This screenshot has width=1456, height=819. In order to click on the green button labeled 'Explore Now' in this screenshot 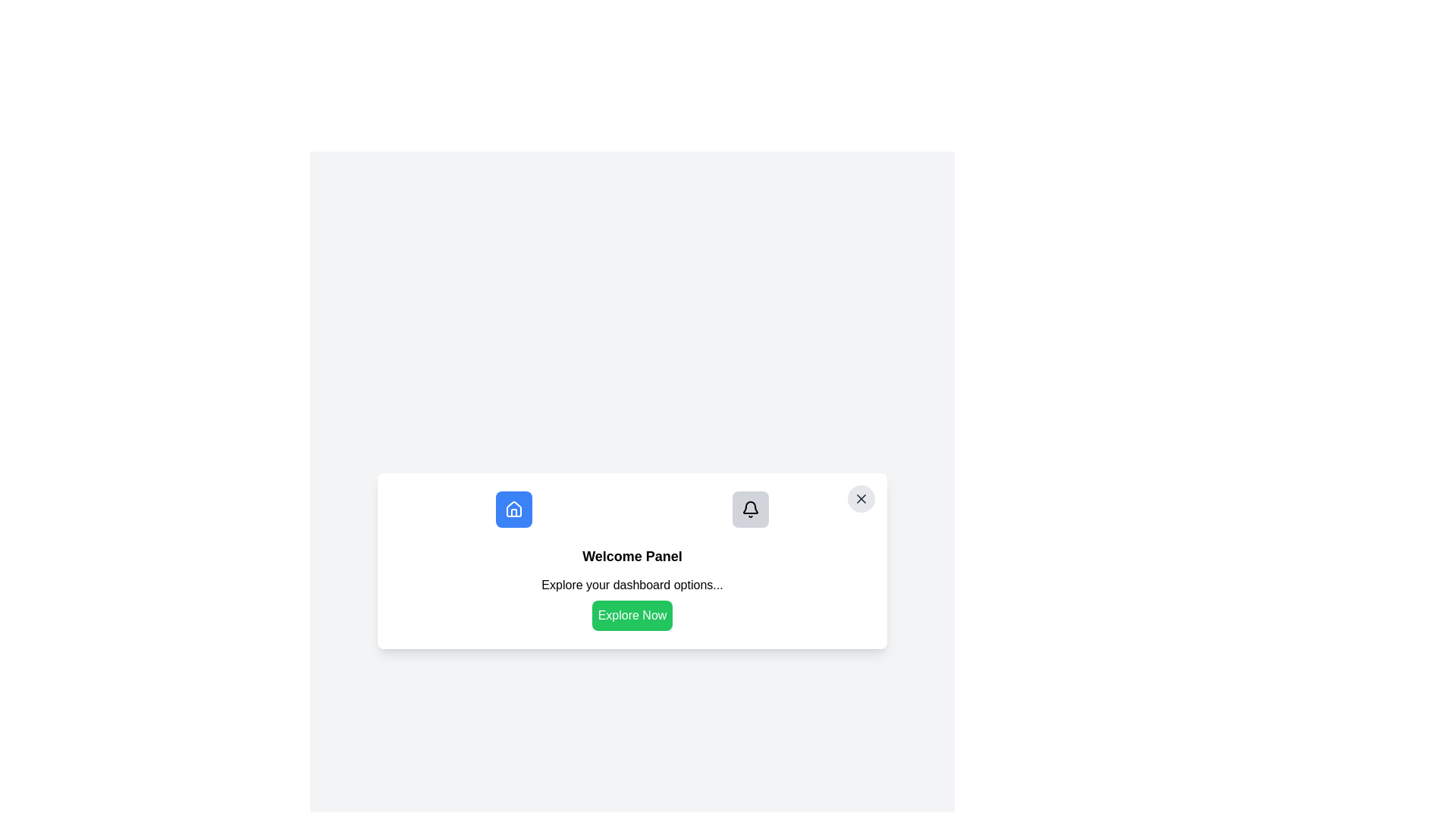, I will do `click(632, 602)`.